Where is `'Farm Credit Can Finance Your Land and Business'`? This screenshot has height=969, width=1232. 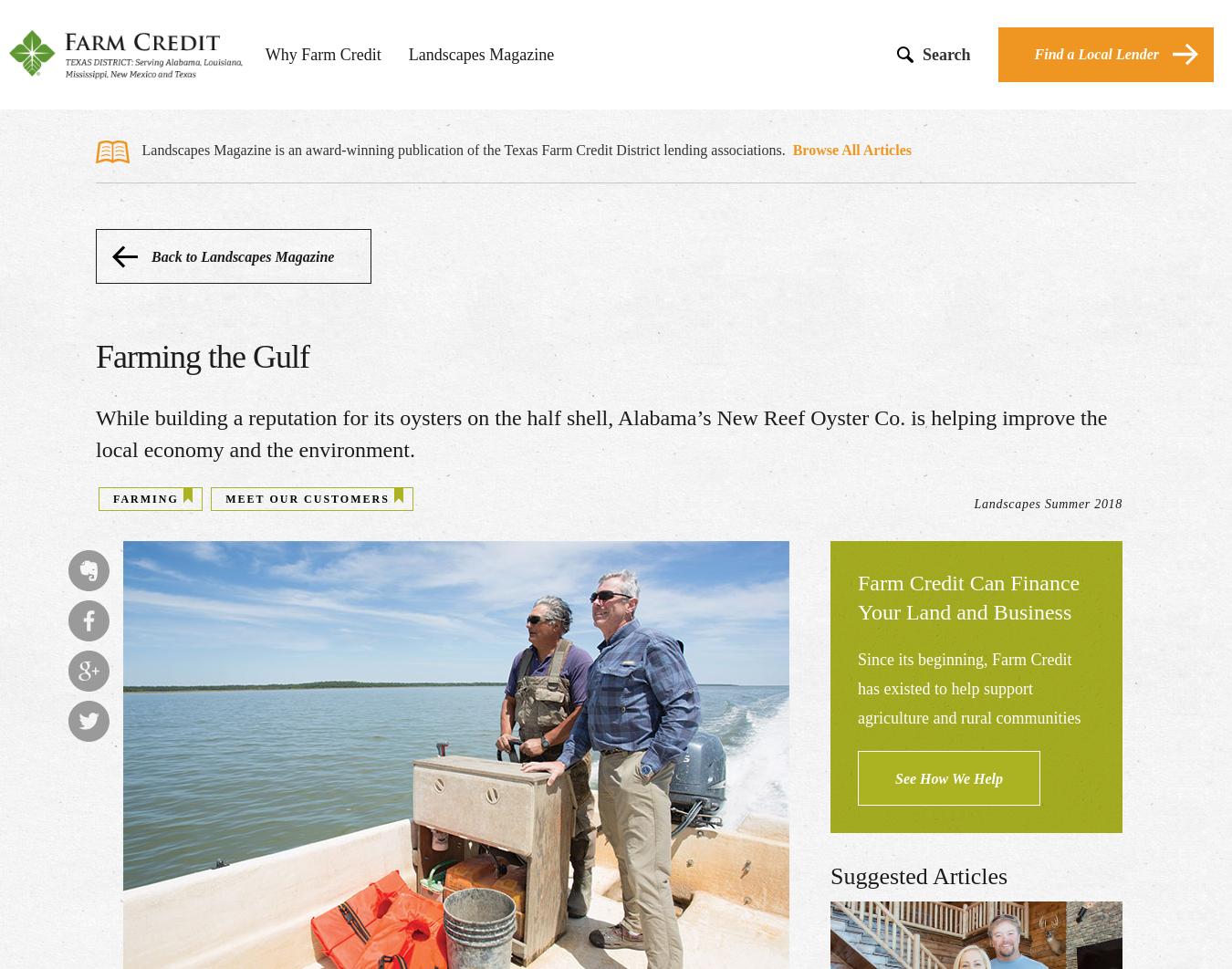
'Farm Credit Can Finance Your Land and Business' is located at coordinates (967, 598).